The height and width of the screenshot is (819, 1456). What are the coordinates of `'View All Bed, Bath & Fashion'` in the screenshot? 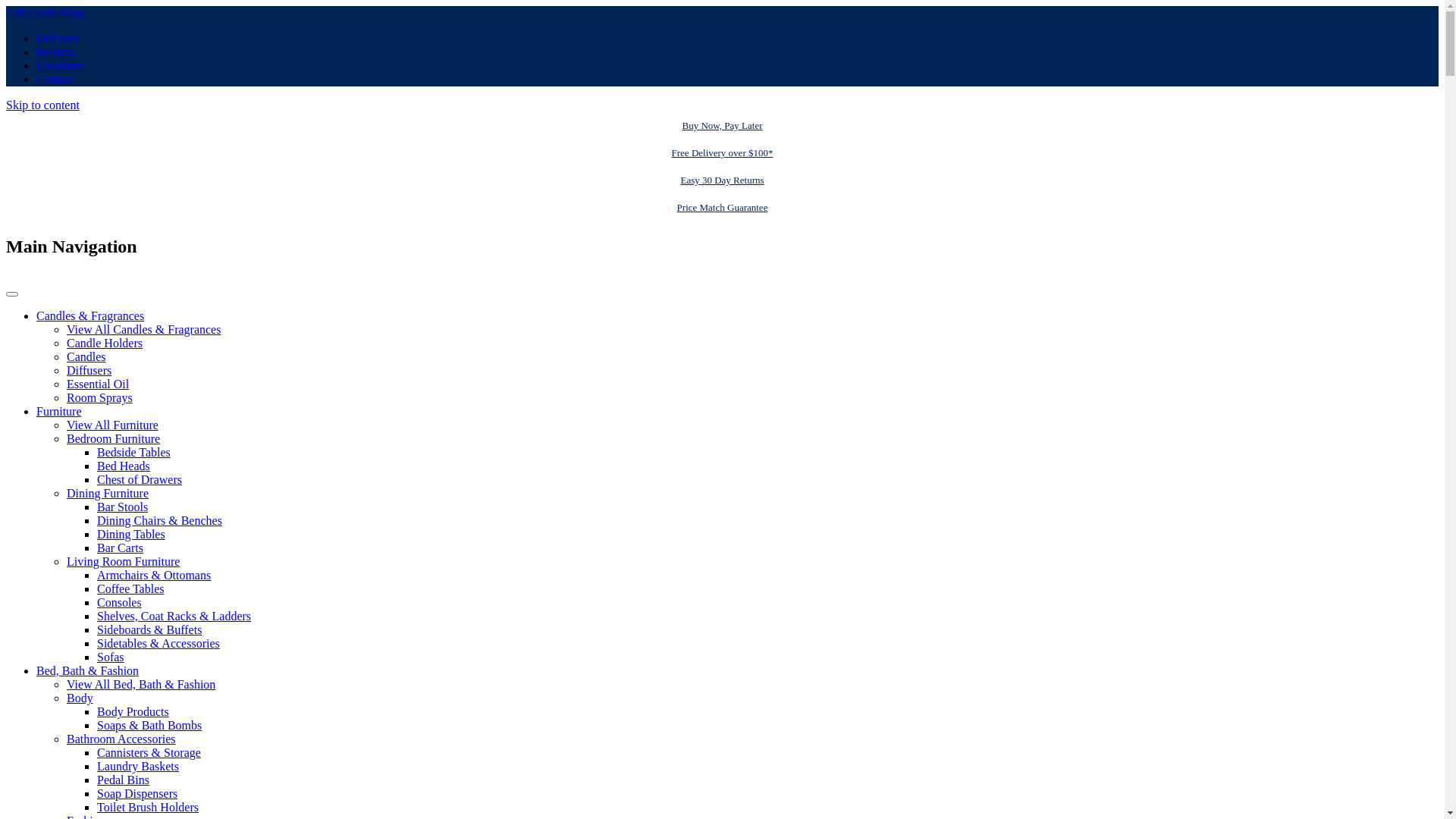 It's located at (141, 684).